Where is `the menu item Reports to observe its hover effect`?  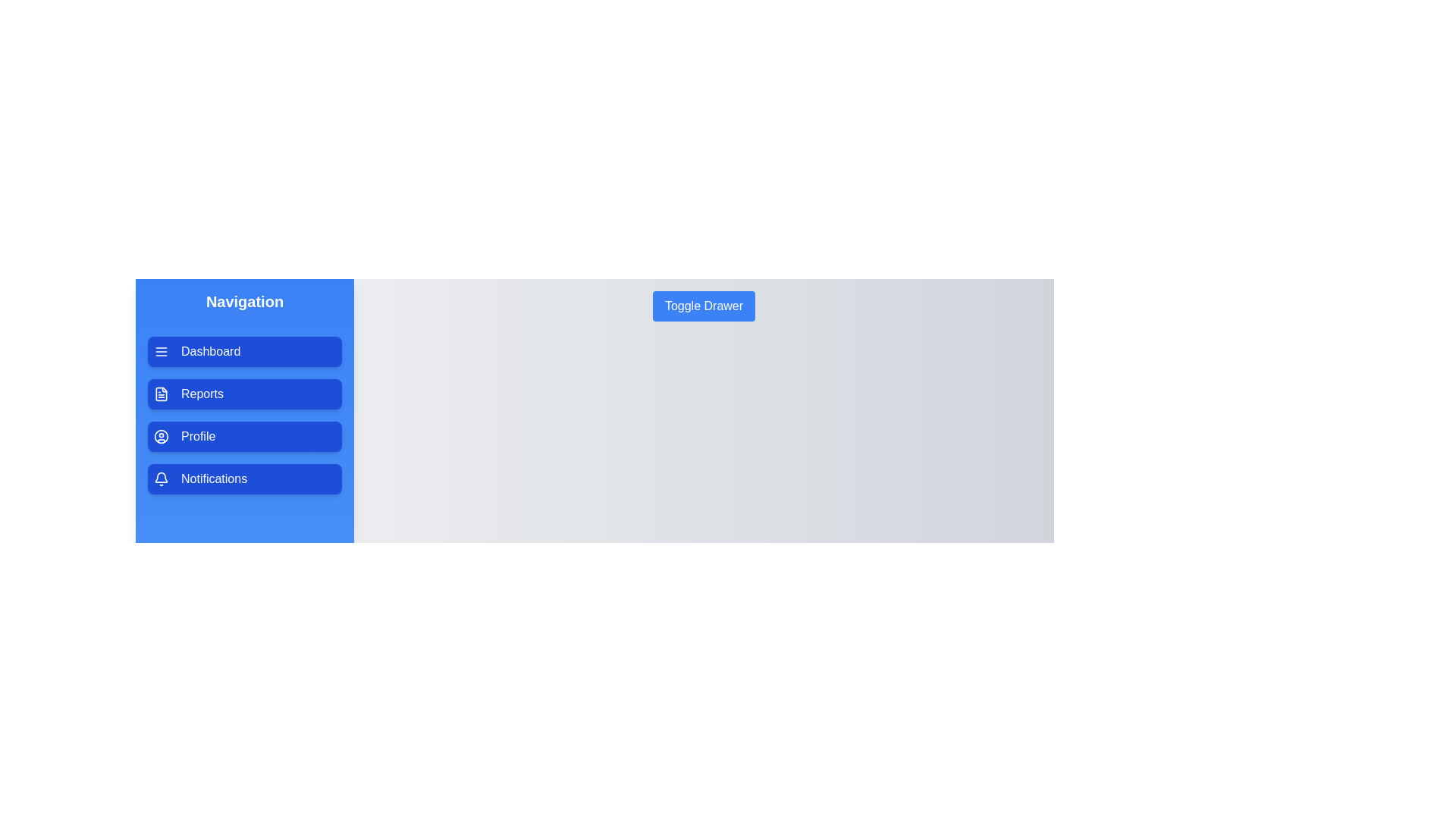
the menu item Reports to observe its hover effect is located at coordinates (244, 394).